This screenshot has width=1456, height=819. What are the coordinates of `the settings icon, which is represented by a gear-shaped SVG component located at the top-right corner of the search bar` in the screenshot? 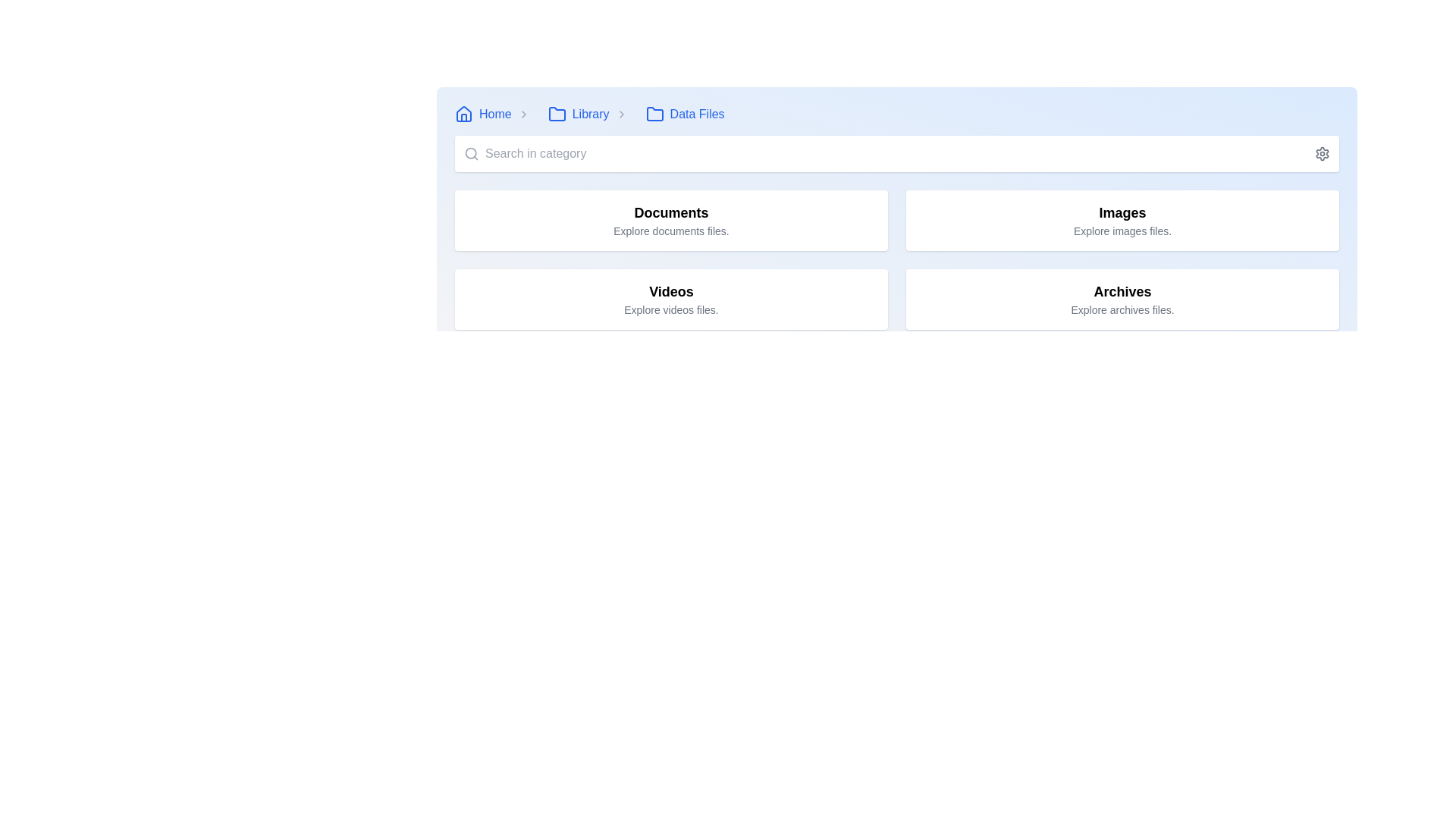 It's located at (1321, 154).